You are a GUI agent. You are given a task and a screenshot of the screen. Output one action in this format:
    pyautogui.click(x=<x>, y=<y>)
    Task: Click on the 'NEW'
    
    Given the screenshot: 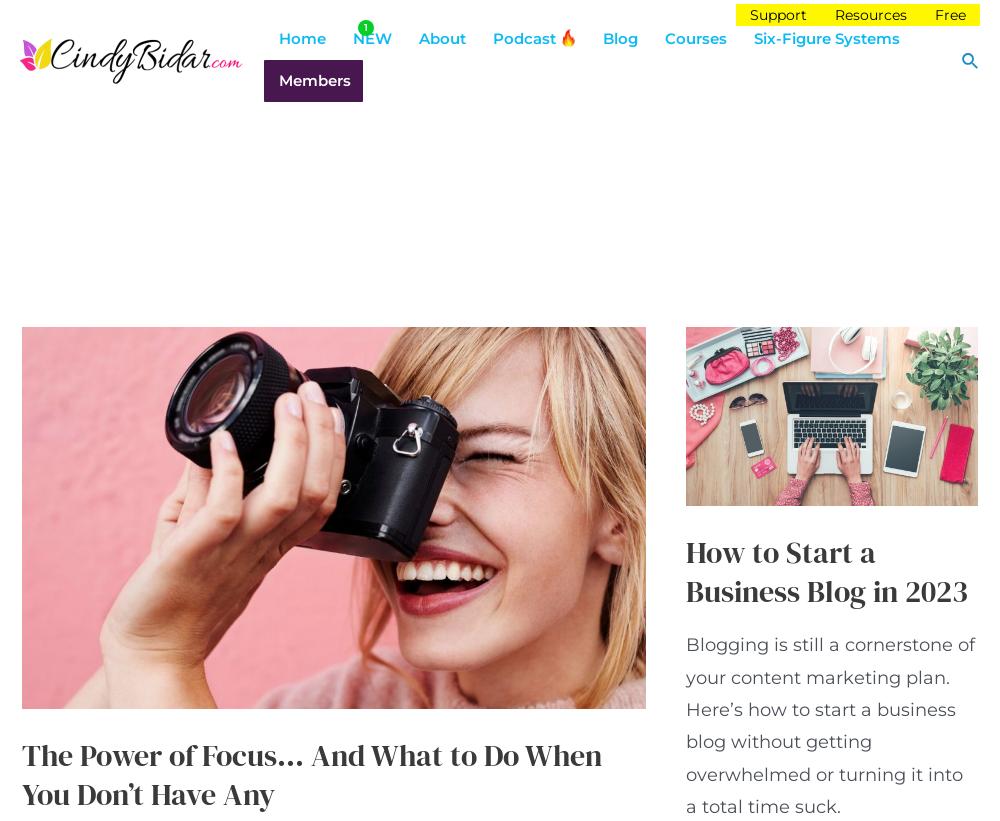 What is the action you would take?
    pyautogui.click(x=371, y=37)
    